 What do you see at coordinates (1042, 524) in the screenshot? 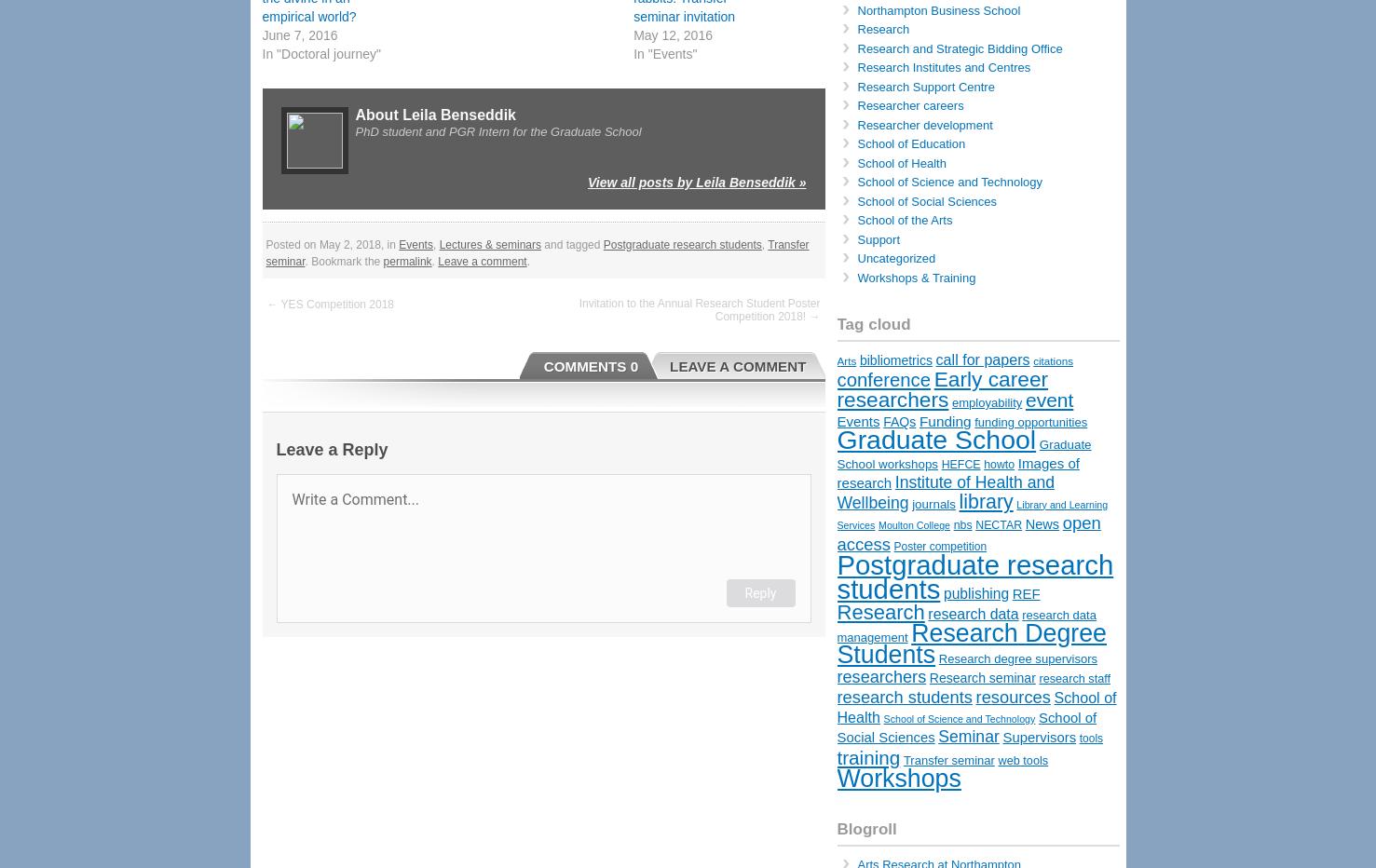
I see `'News'` at bounding box center [1042, 524].